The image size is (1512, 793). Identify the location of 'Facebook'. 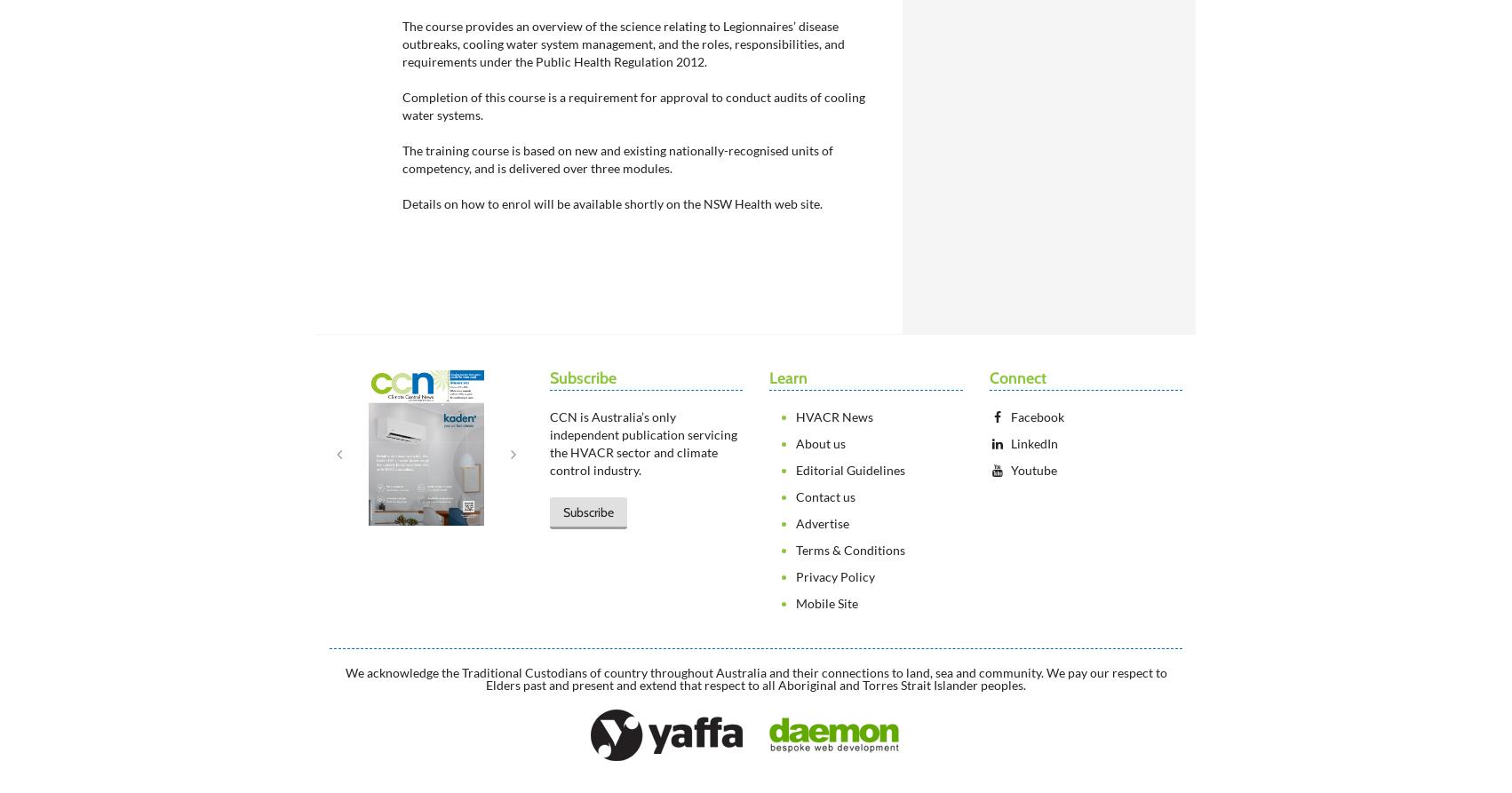
(1037, 416).